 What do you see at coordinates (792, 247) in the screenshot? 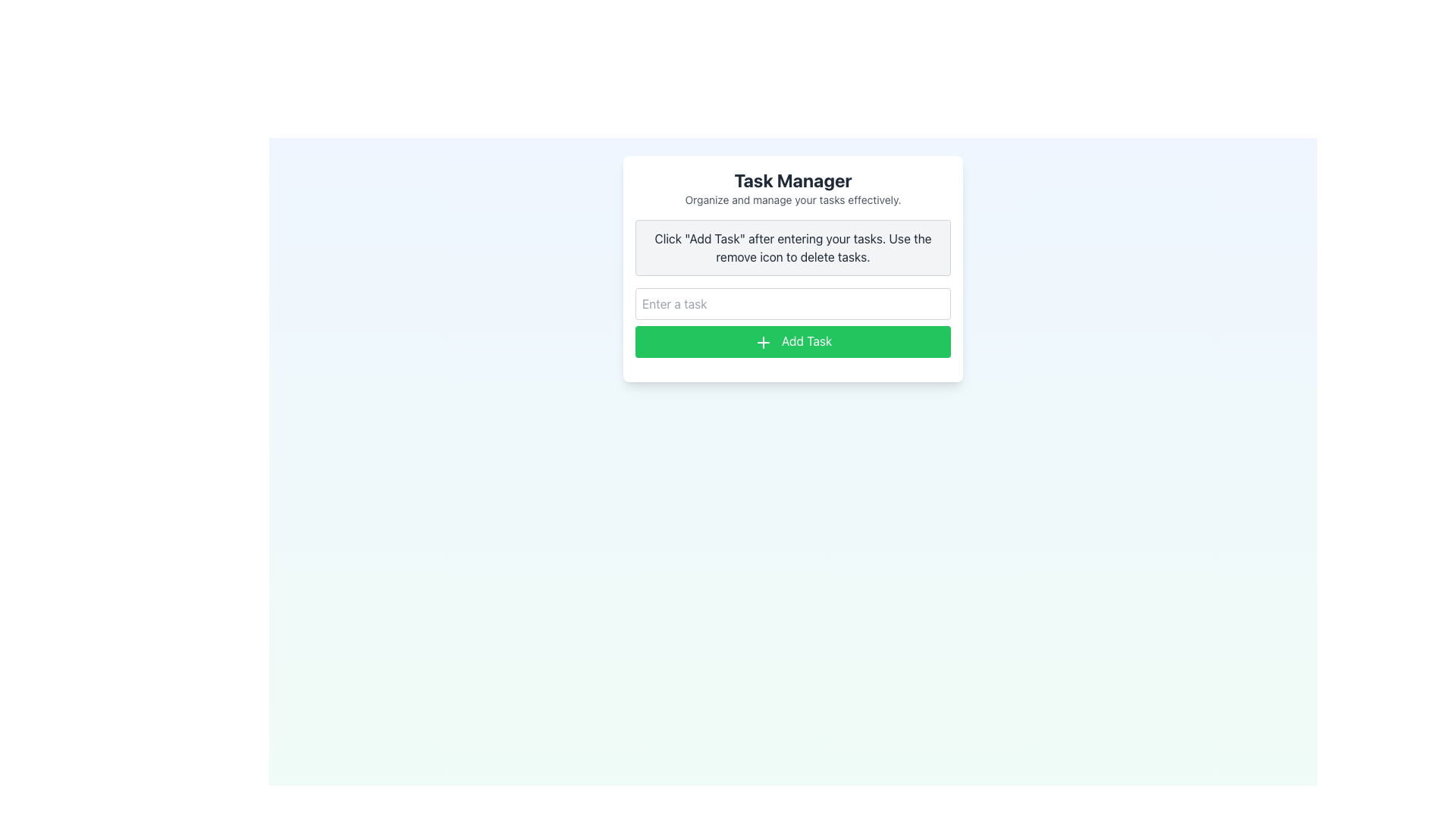
I see `the static text block that provides instructions about adding and removing tasks, located below the 'Task Manager' title` at bounding box center [792, 247].